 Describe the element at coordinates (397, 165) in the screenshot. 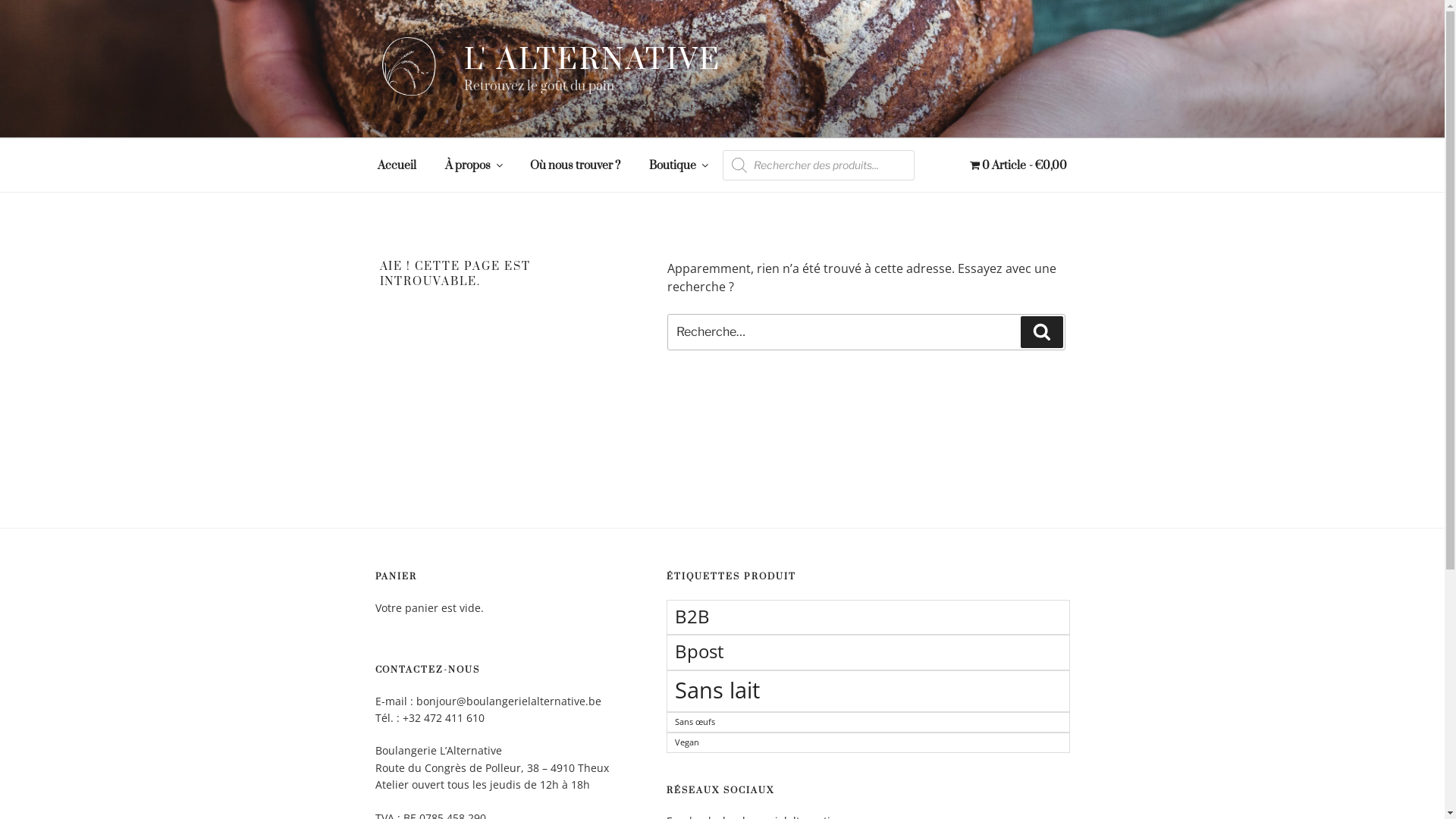

I see `'Accueil'` at that location.